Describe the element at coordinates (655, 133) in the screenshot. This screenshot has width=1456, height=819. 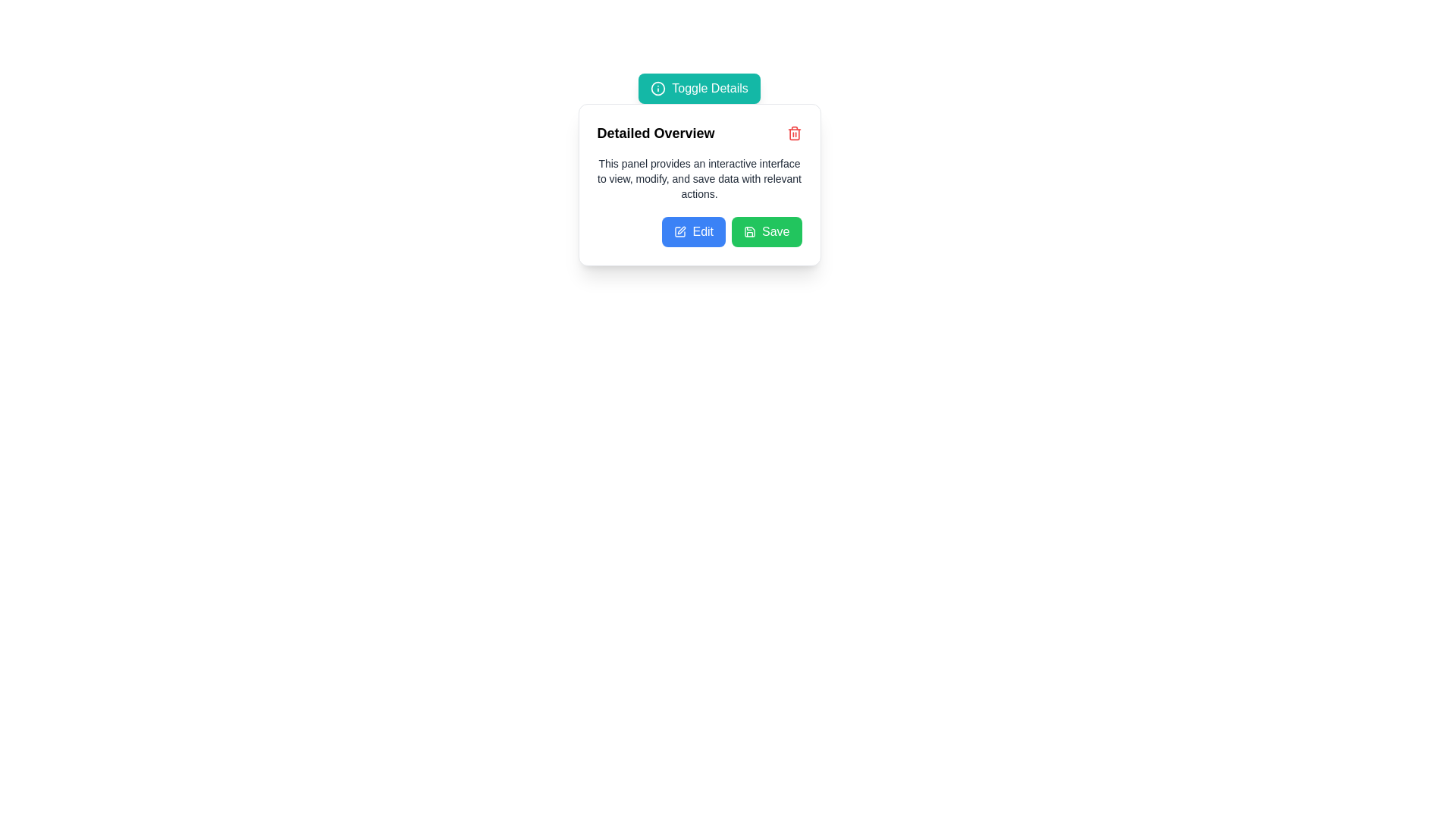
I see `the text label 'Detailed Overview', which is styled in bold and positioned centrally above the content area within the header section of the modal interface` at that location.